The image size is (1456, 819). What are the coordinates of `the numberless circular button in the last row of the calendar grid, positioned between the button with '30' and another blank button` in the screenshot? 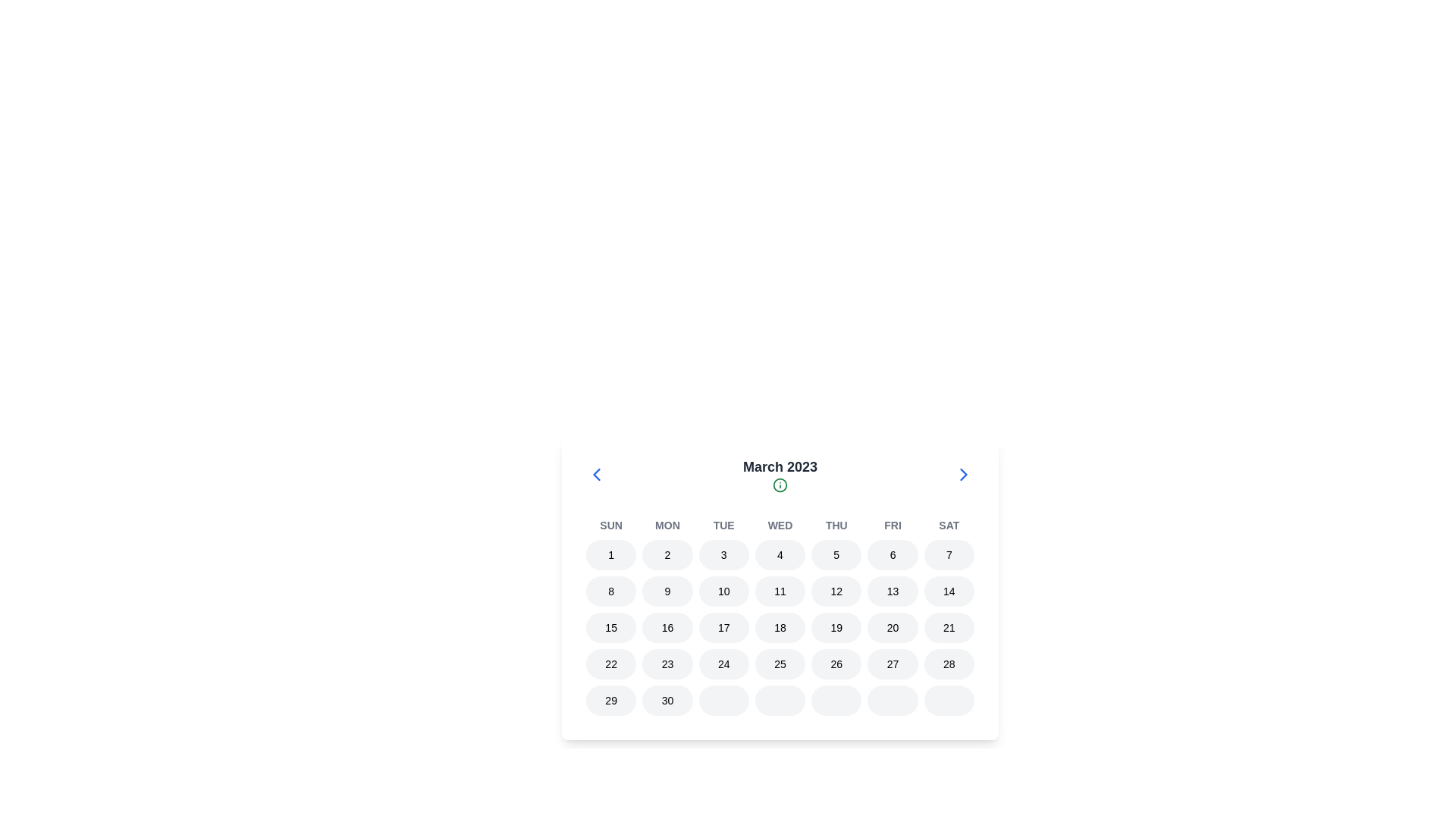 It's located at (780, 701).